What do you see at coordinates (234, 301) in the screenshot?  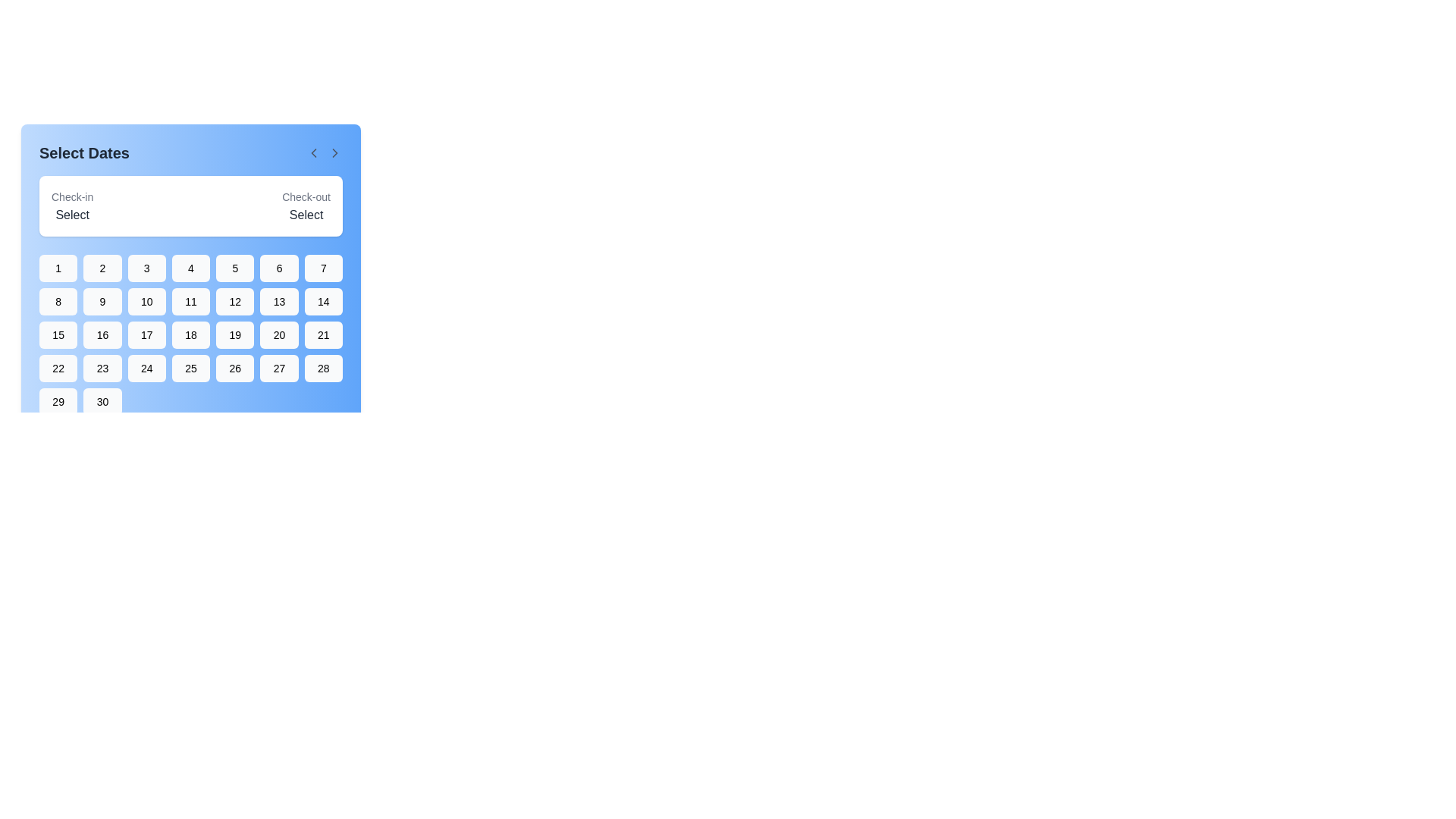 I see `the button representing the 12th day in the date picker` at bounding box center [234, 301].